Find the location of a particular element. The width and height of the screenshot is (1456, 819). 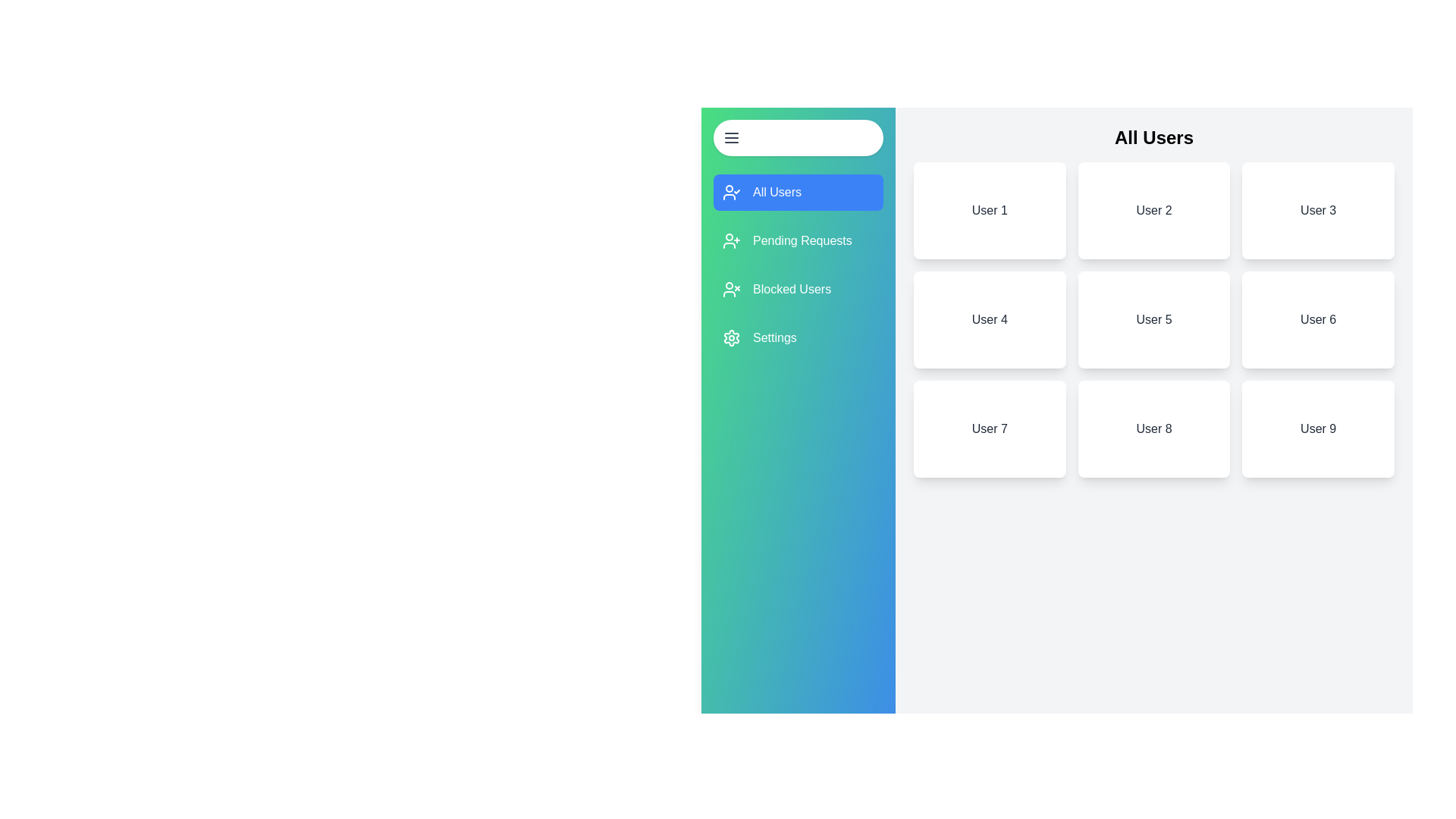

the section Blocked Users from the drawer menu is located at coordinates (797, 289).